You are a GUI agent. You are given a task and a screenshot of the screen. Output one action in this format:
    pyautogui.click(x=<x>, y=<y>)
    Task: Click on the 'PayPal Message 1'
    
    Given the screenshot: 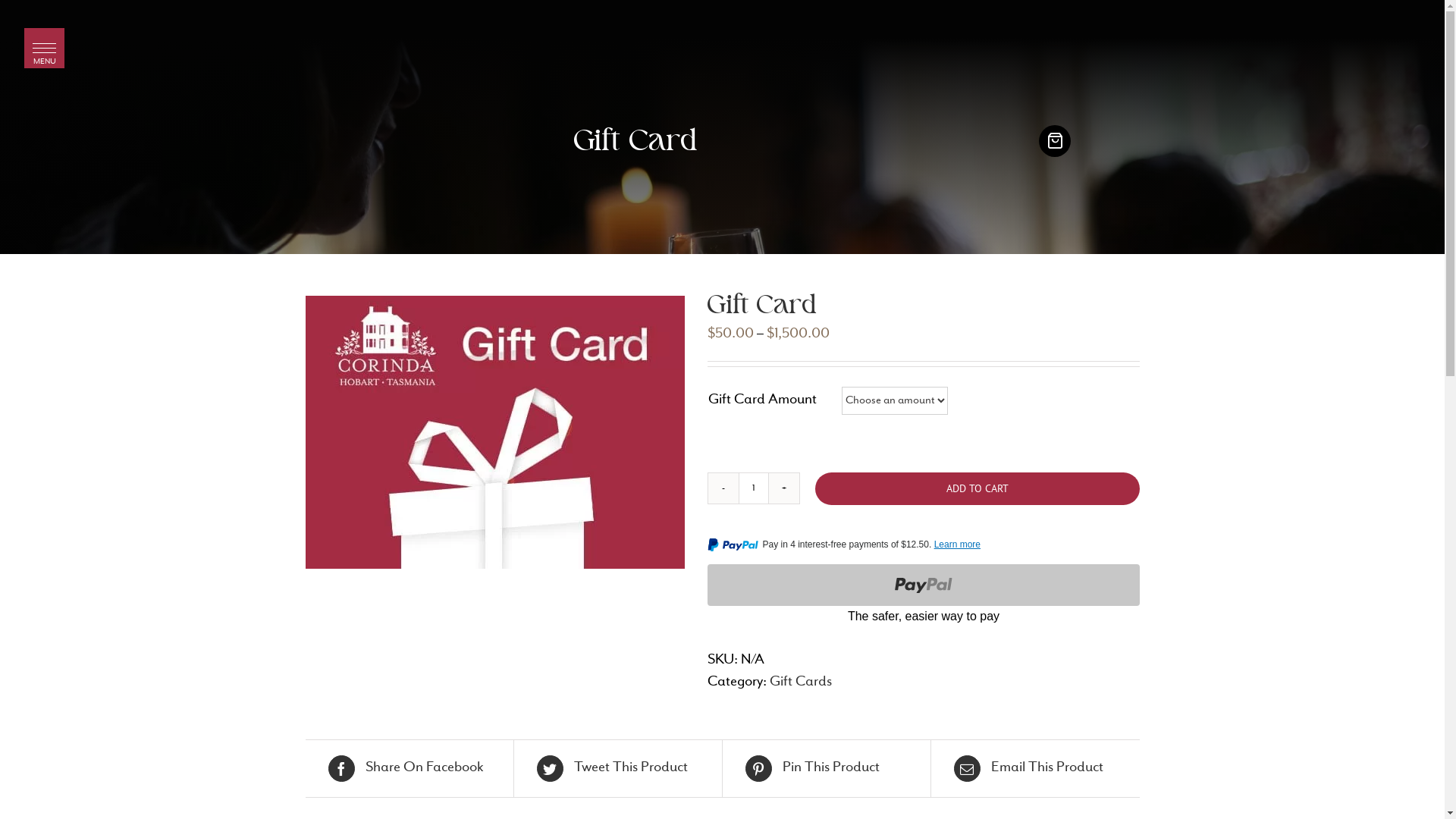 What is the action you would take?
    pyautogui.click(x=922, y=547)
    